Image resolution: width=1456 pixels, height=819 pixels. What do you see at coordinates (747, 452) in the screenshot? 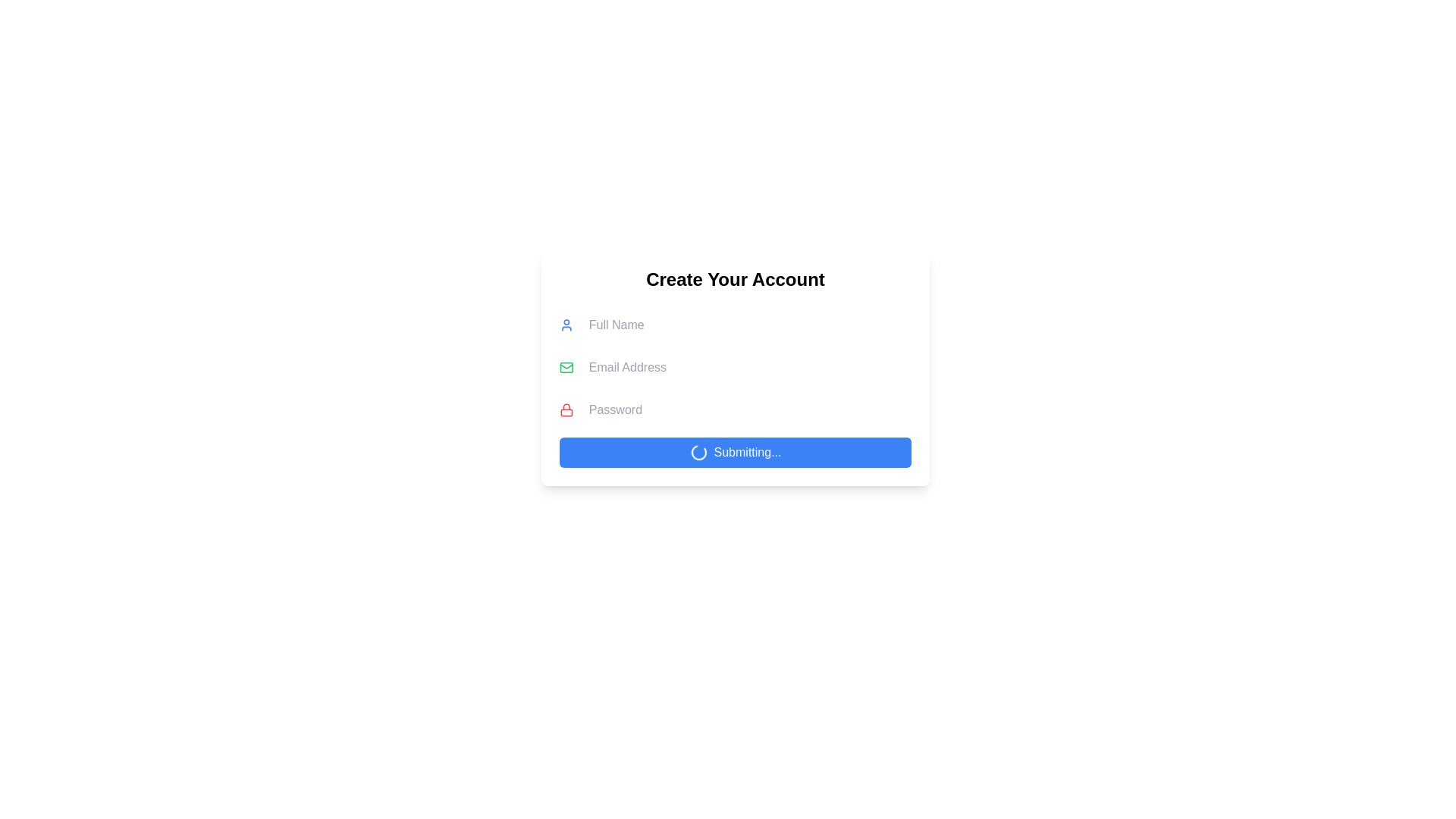
I see `loading text displayed on the blue rectangular button at the bottom of the 'Create Your Account' form, which indicates a processing action during form submission` at bounding box center [747, 452].